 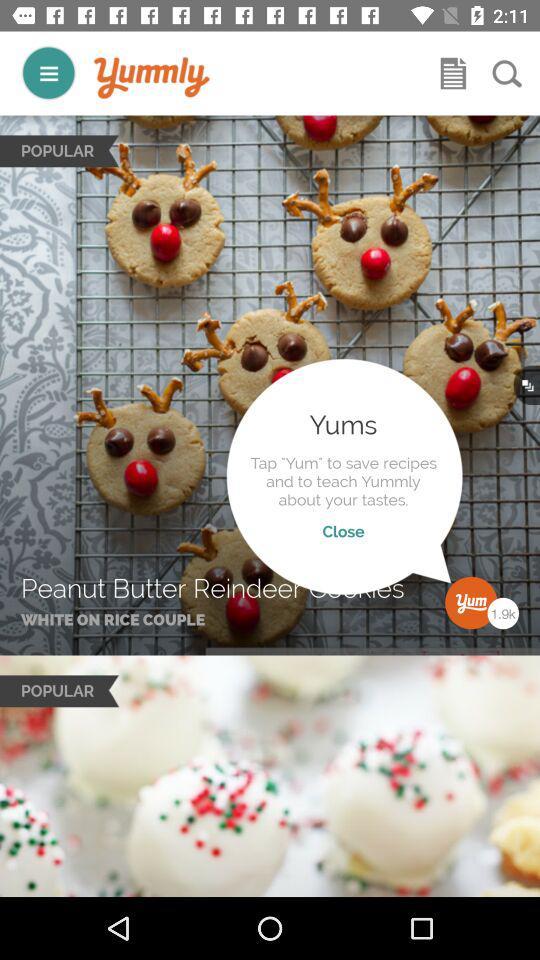 I want to click on open menu, so click(x=48, y=73).